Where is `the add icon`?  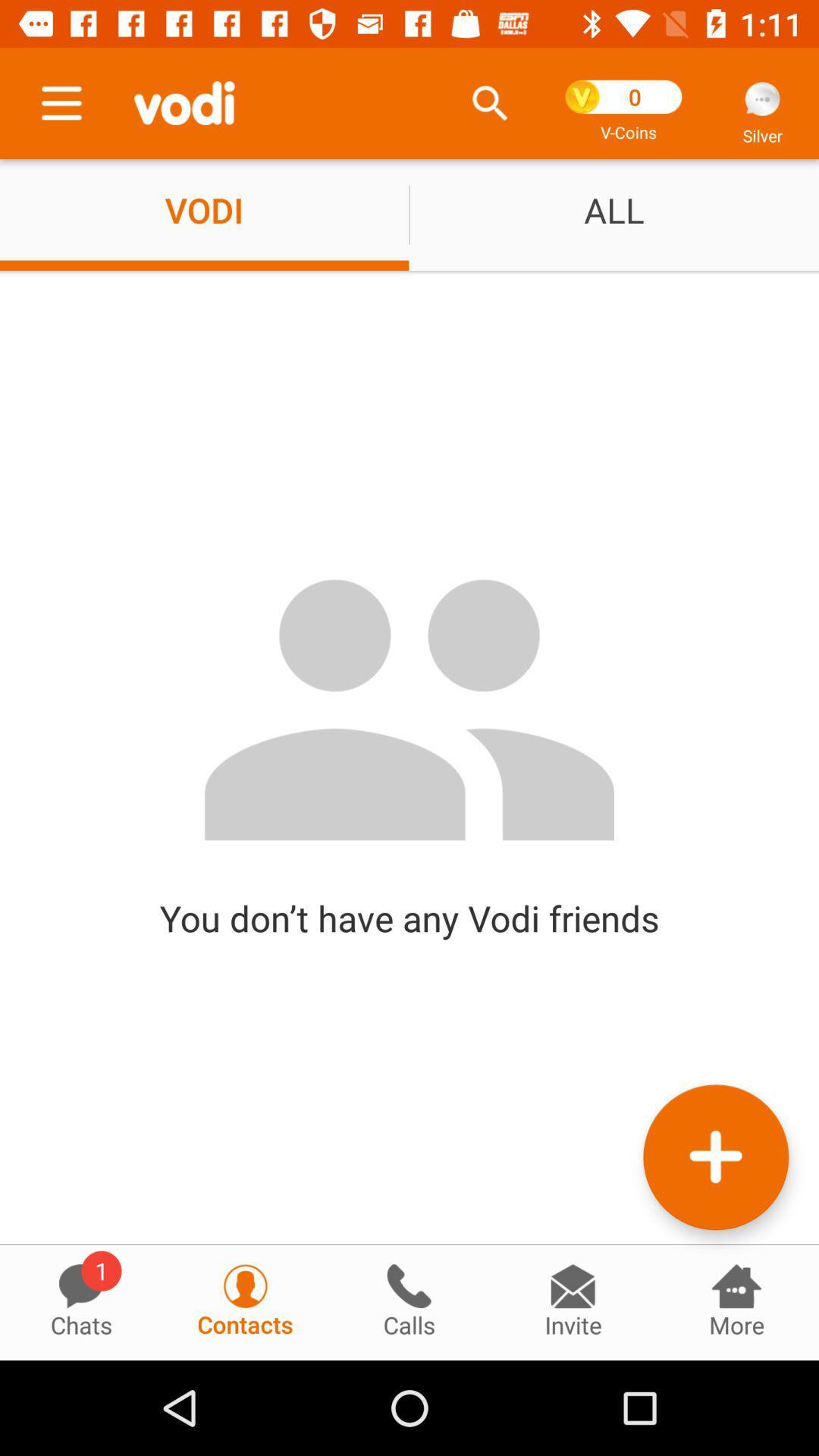 the add icon is located at coordinates (716, 1156).